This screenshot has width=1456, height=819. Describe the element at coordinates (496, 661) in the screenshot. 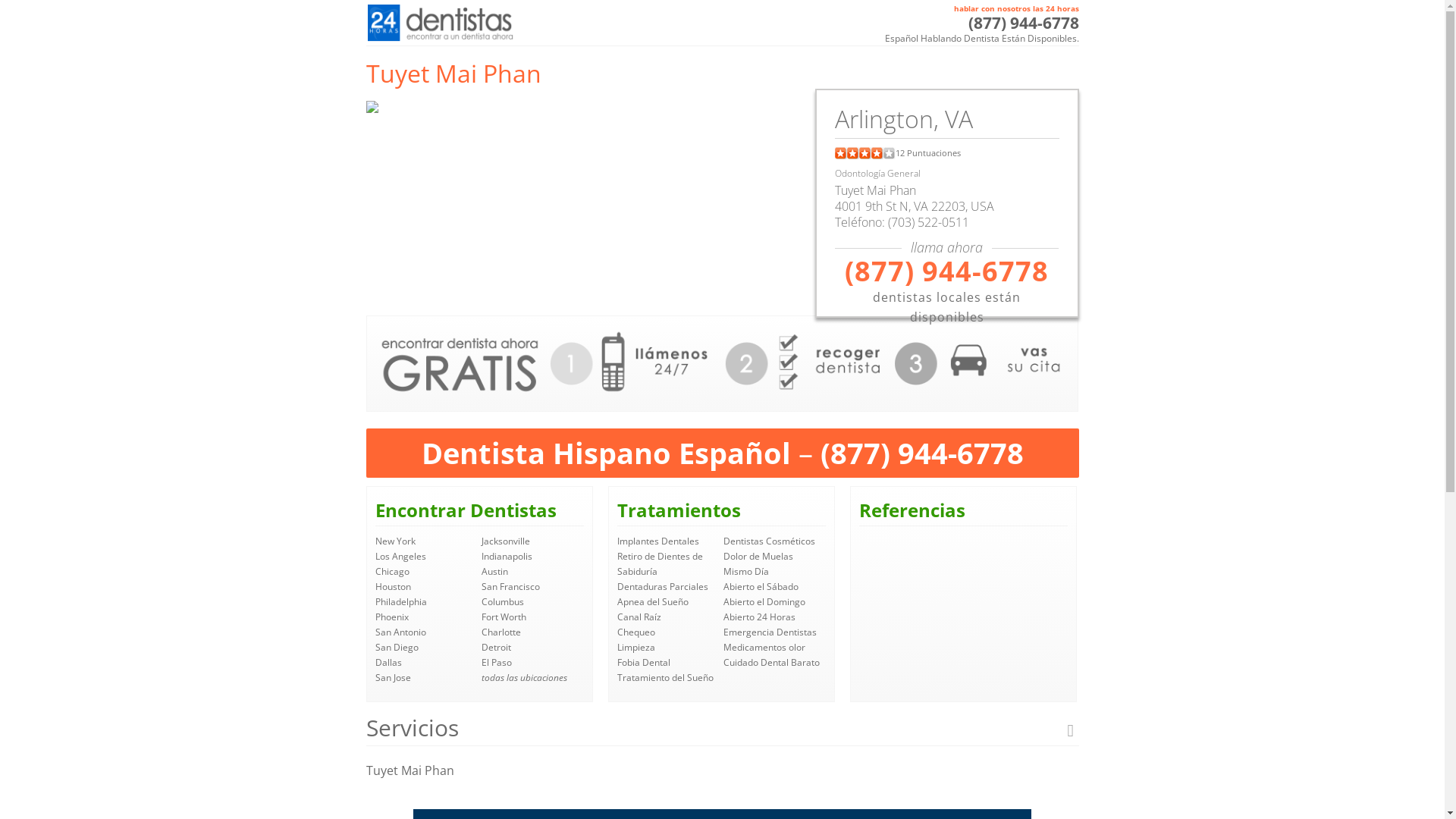

I see `'El Paso'` at that location.